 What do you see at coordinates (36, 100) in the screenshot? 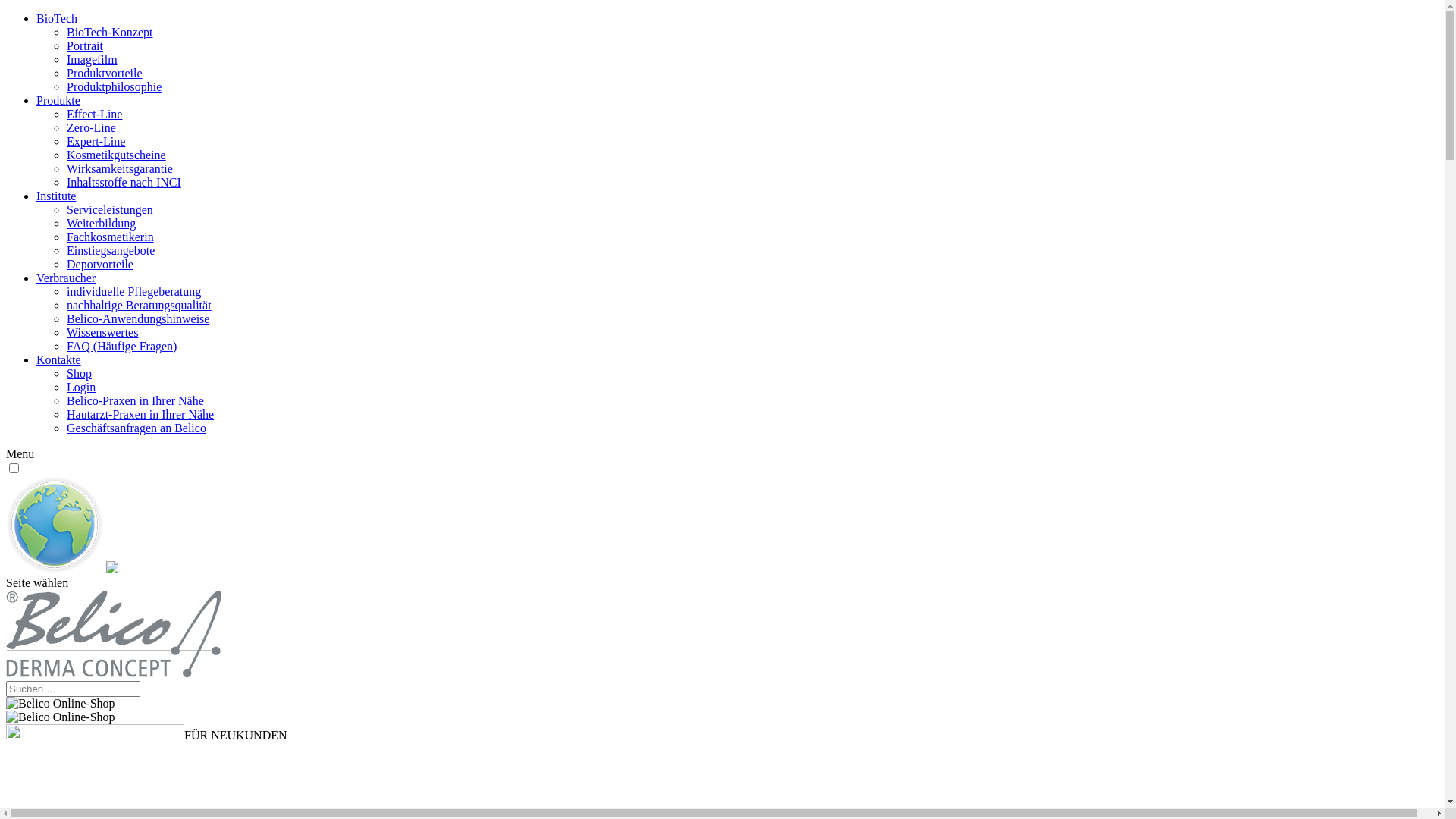
I see `'Produkte'` at bounding box center [36, 100].